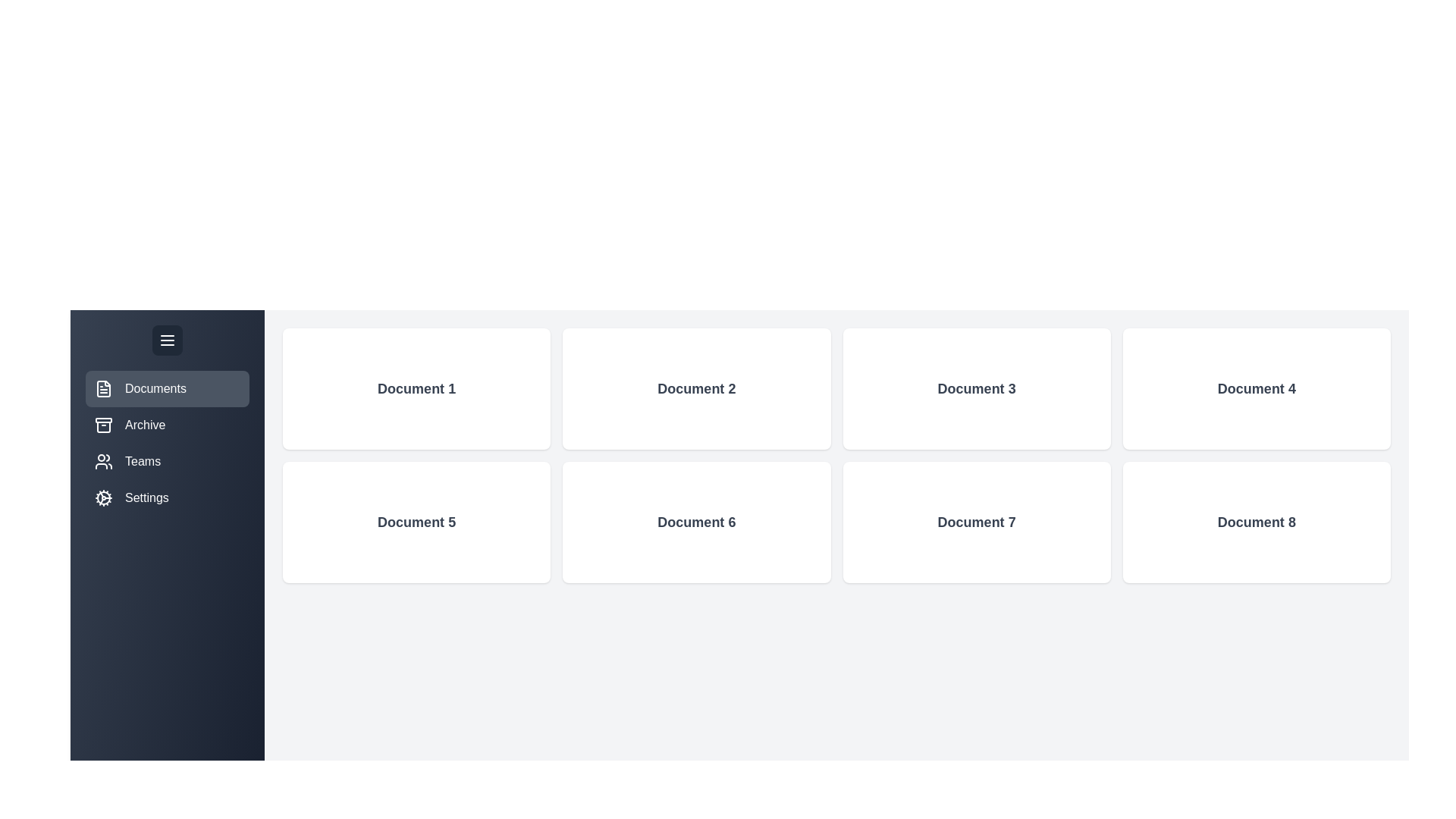 The height and width of the screenshot is (819, 1456). I want to click on the 'Document 3' card to view its details, so click(976, 388).